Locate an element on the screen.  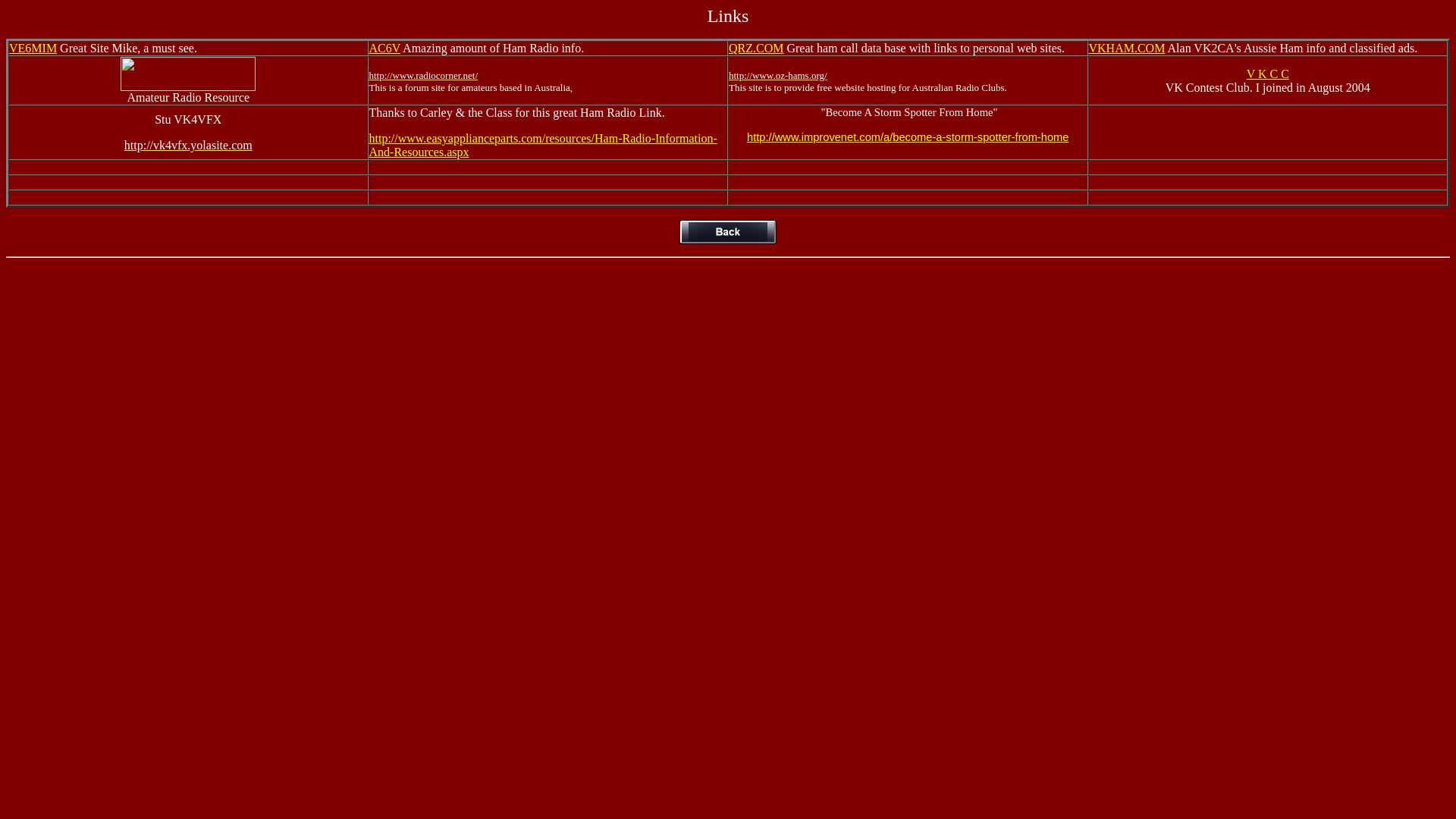
'http://www.improvenet.com/a/become-a-storm-spotter-from-home' is located at coordinates (907, 137).